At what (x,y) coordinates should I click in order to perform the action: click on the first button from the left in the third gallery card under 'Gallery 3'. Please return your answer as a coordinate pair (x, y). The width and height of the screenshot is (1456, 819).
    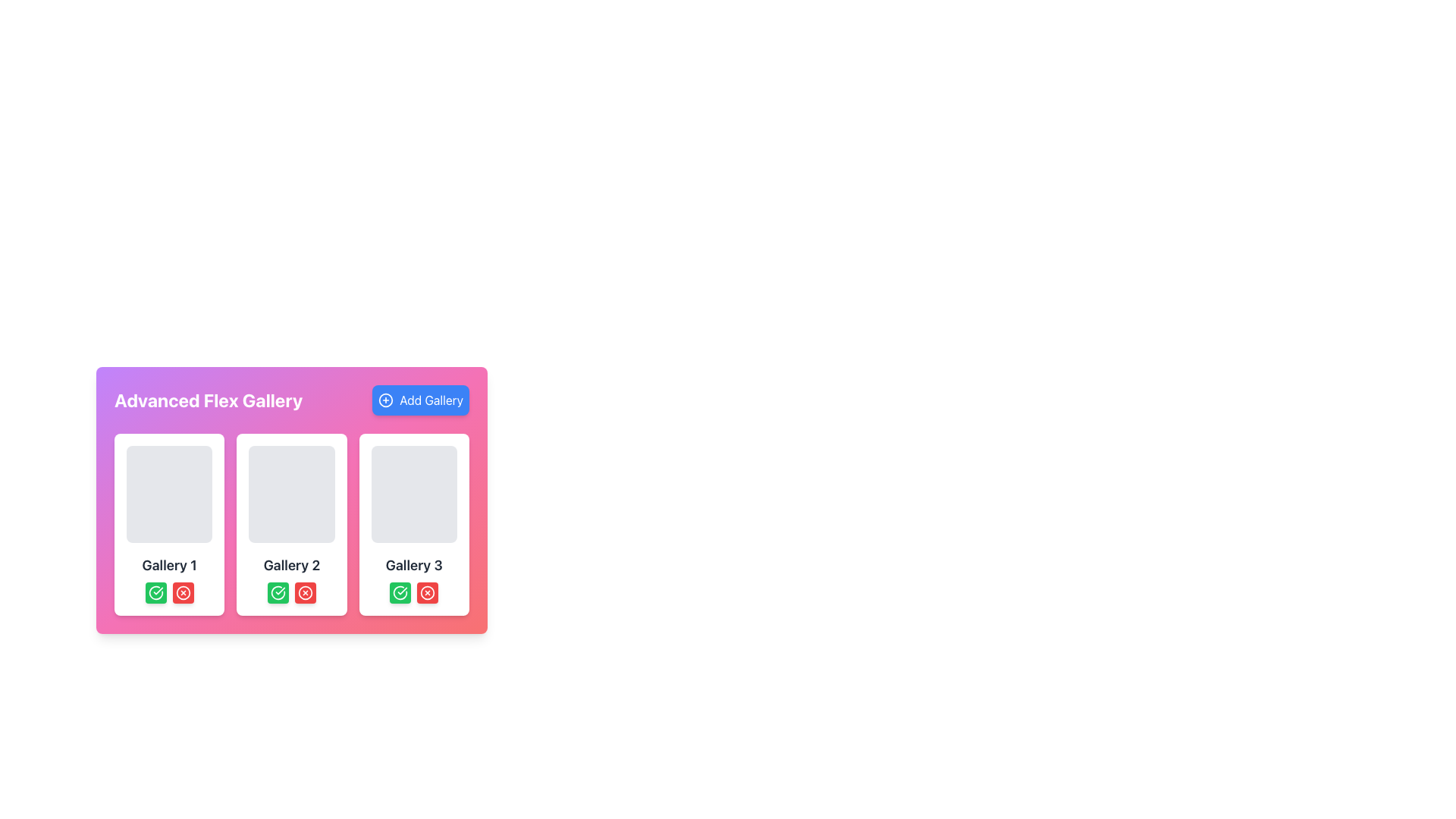
    Looking at the image, I should click on (155, 592).